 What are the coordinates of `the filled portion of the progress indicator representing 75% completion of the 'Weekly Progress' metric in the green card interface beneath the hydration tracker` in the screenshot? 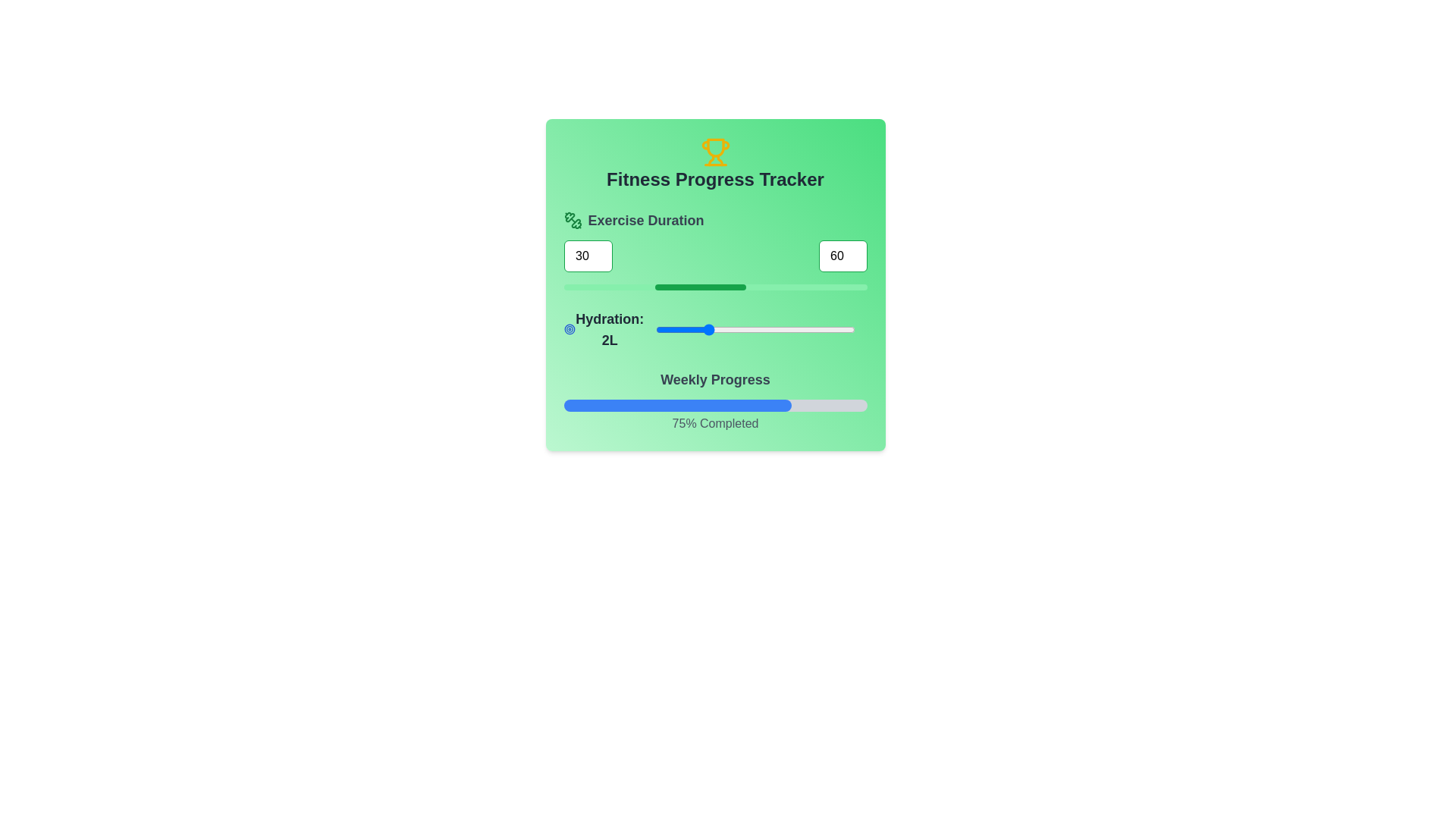 It's located at (676, 405).